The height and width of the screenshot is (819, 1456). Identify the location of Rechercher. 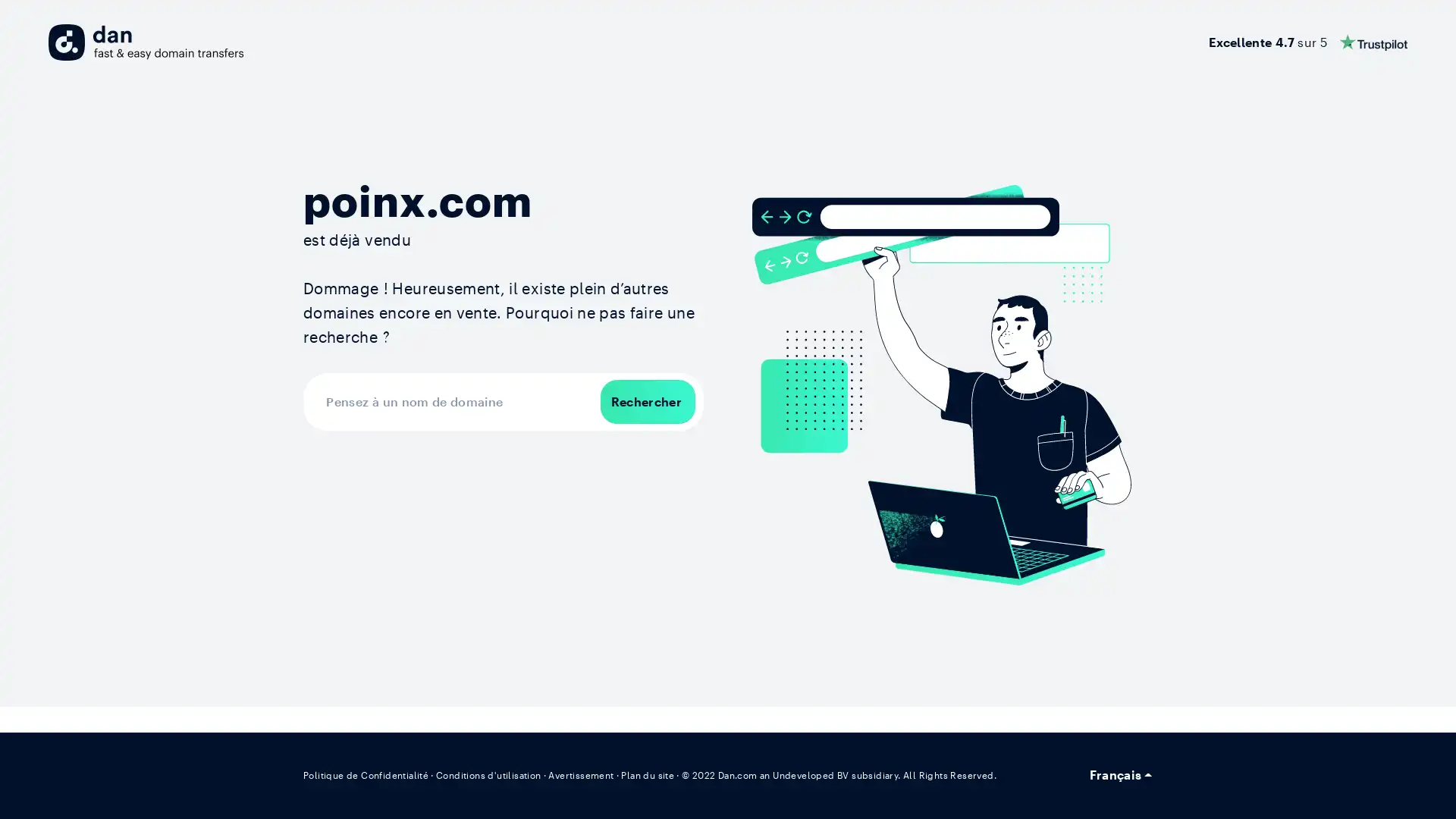
(647, 400).